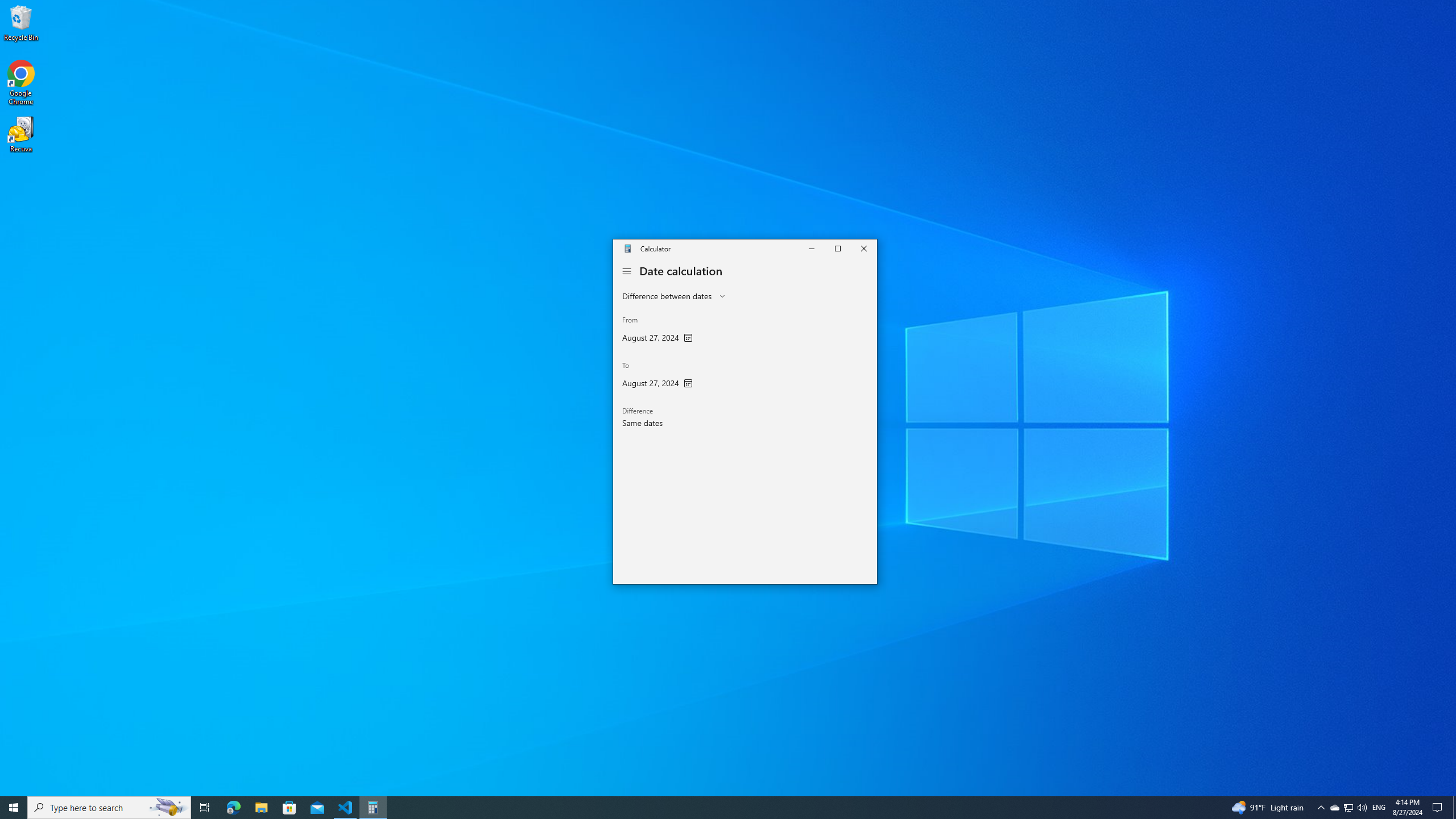 This screenshot has width=1456, height=819. I want to click on 'Difference between dates', so click(666, 296).